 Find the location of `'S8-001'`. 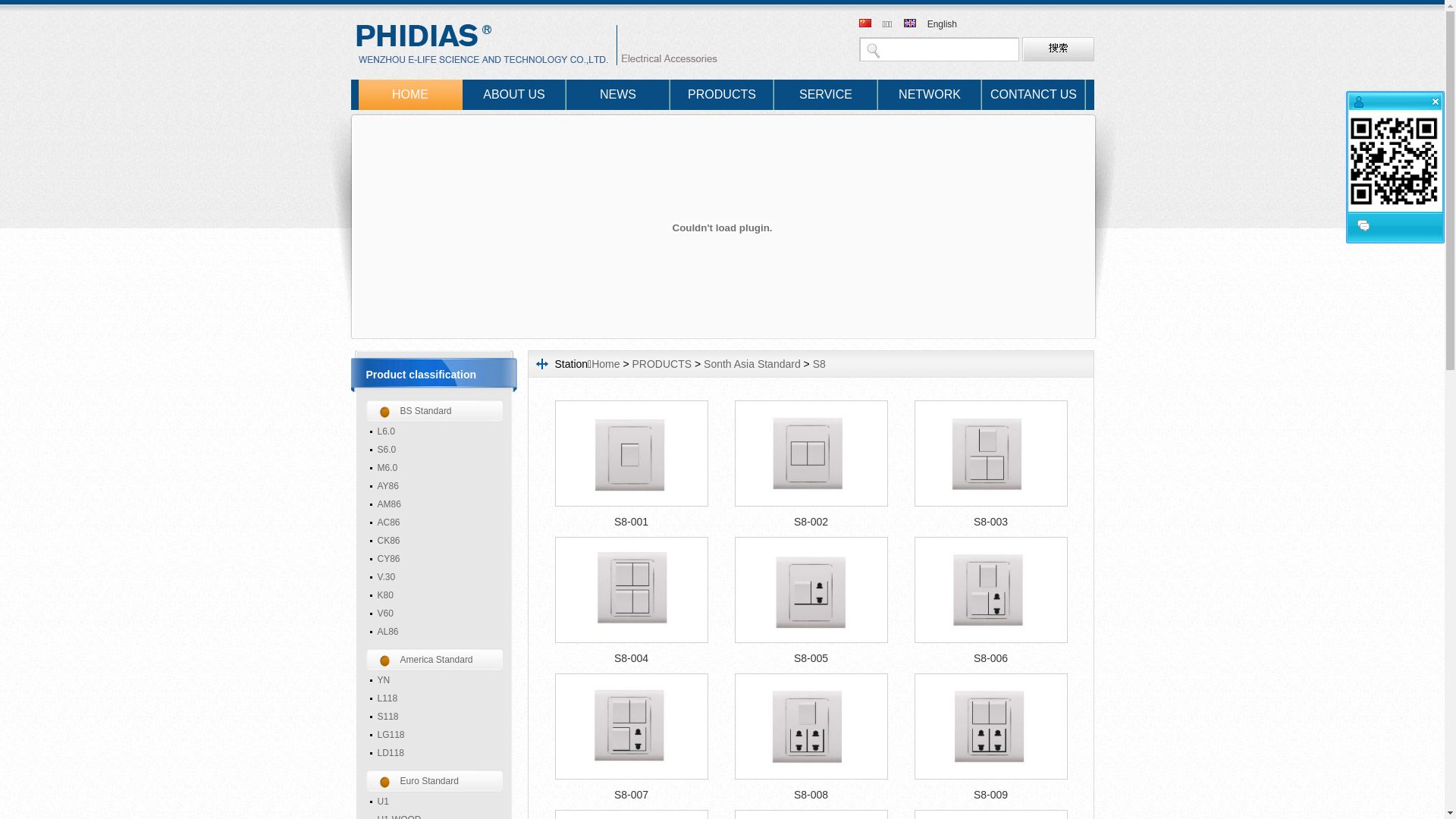

'S8-001' is located at coordinates (631, 520).